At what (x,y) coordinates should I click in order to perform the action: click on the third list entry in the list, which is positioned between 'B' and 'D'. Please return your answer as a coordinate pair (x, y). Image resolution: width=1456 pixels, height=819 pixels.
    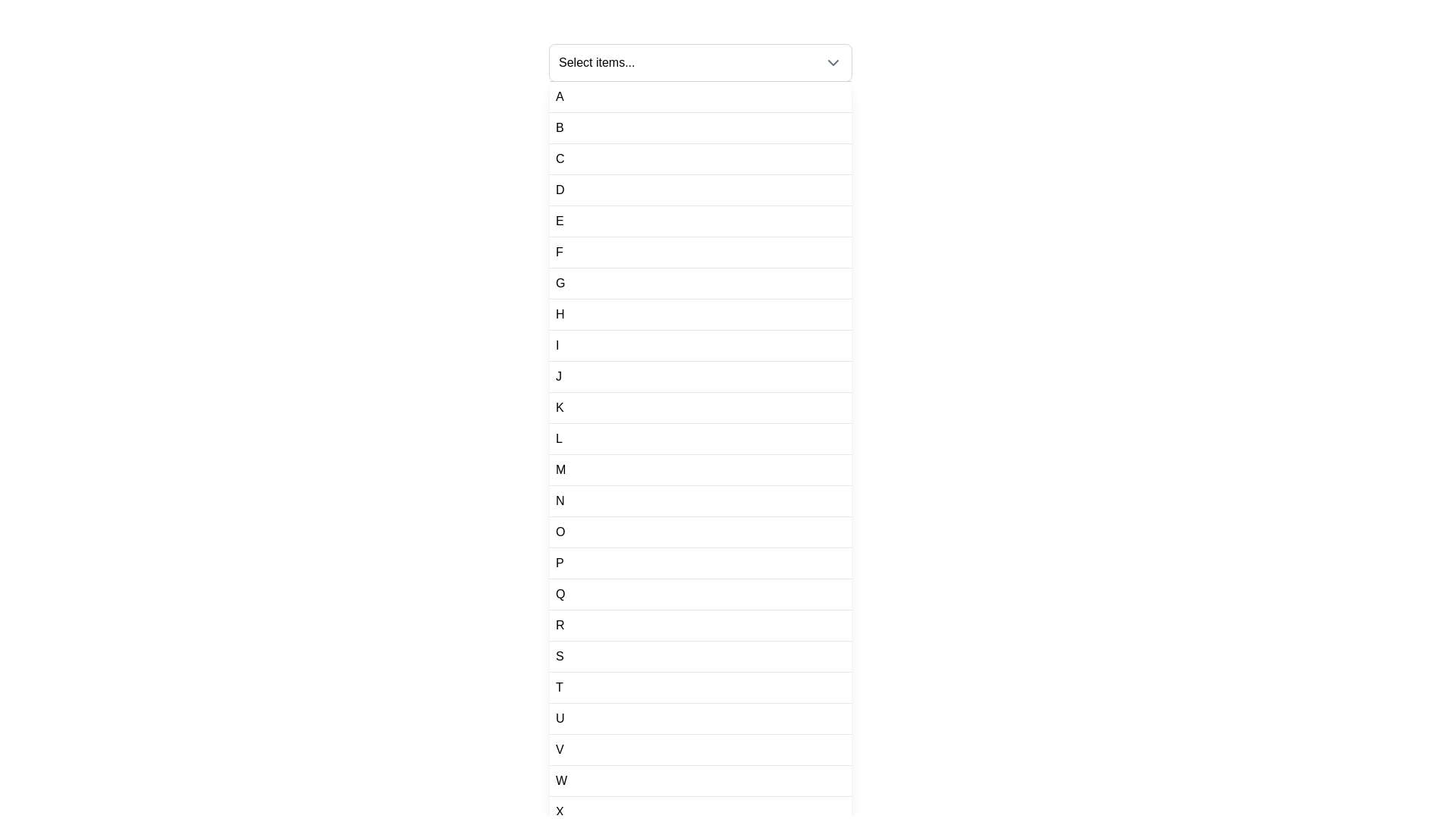
    Looking at the image, I should click on (559, 158).